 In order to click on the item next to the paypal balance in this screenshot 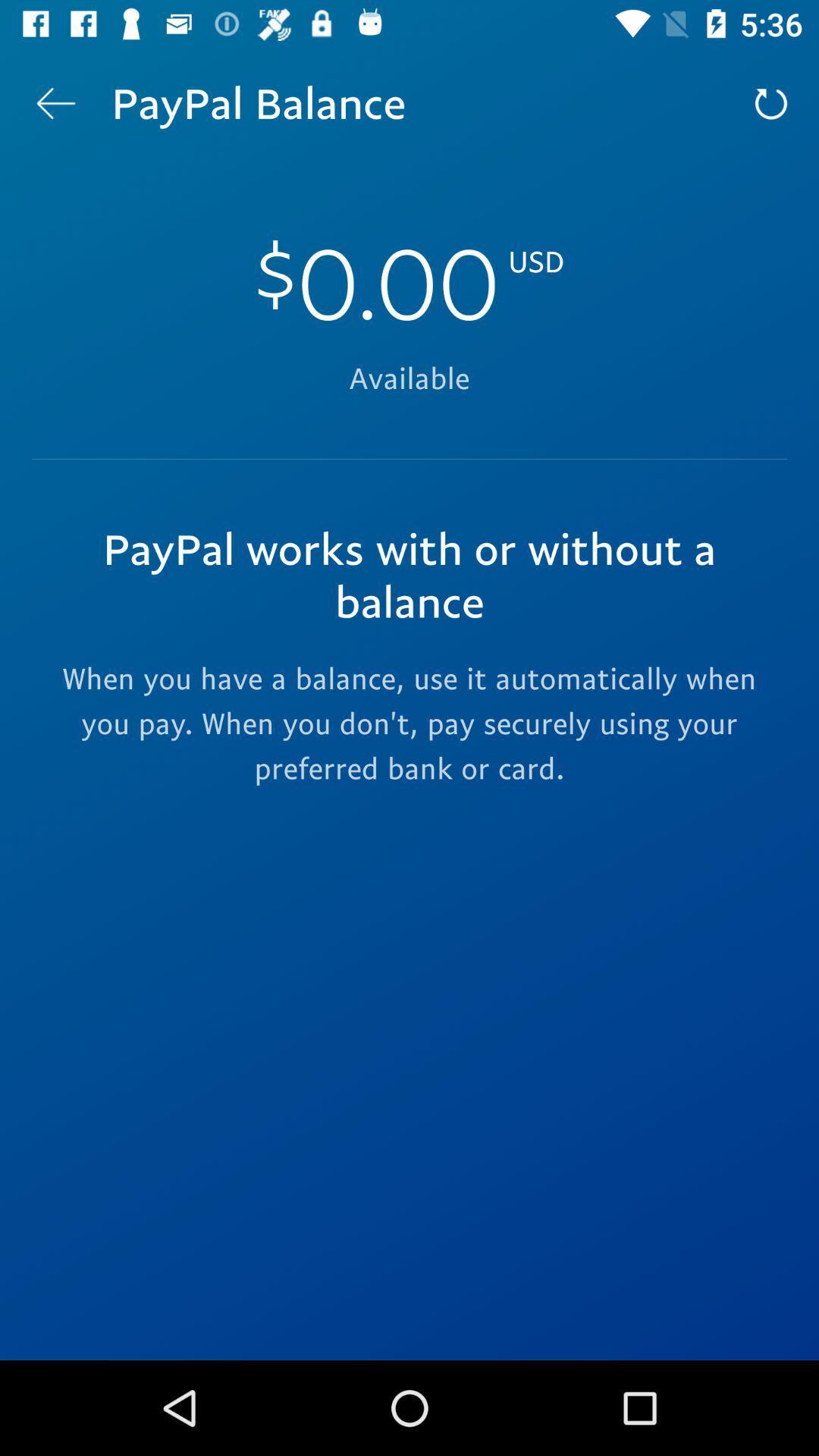, I will do `click(55, 102)`.